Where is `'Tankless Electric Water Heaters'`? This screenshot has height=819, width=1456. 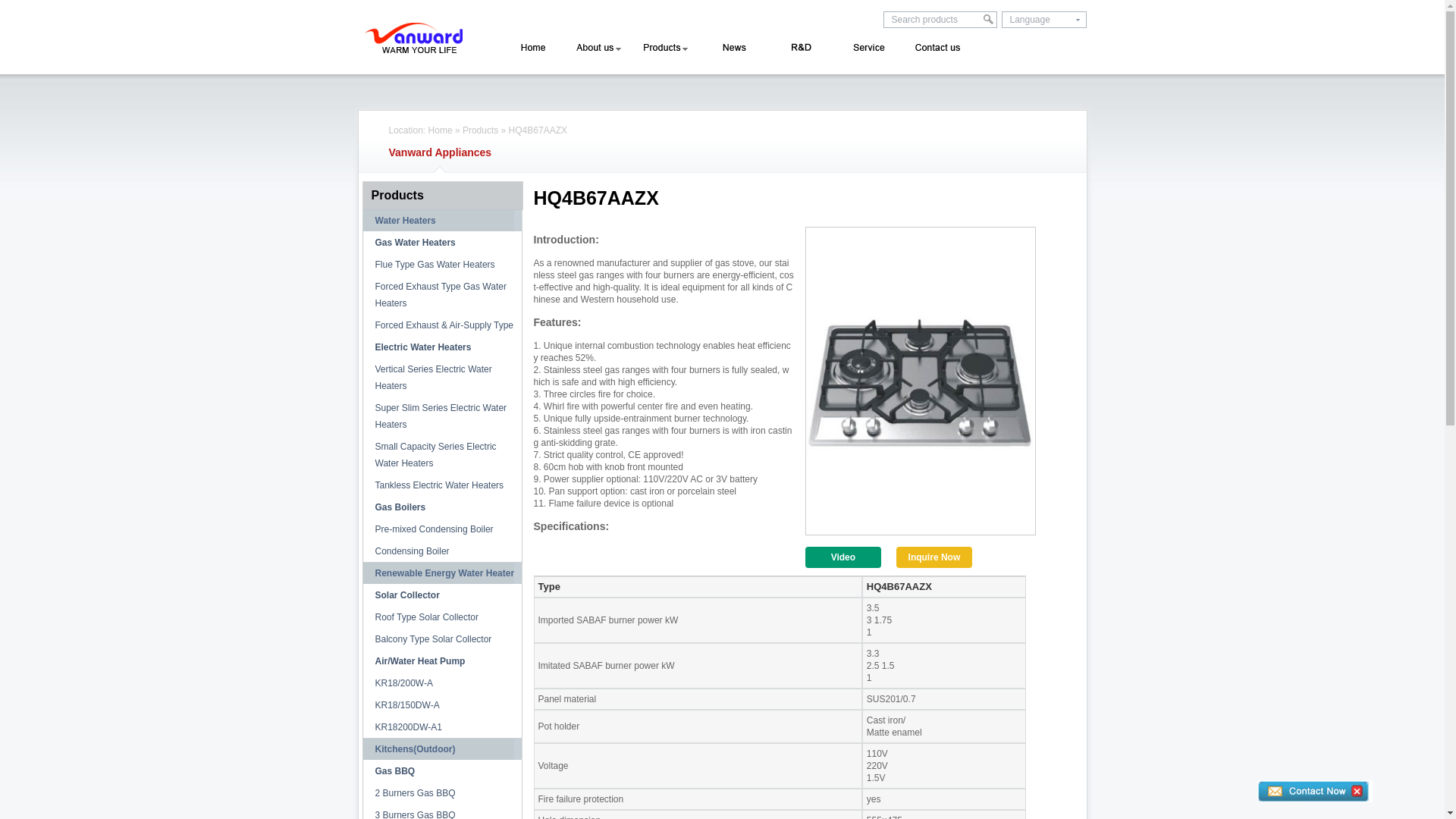
'Tankless Electric Water Heaters' is located at coordinates (441, 485).